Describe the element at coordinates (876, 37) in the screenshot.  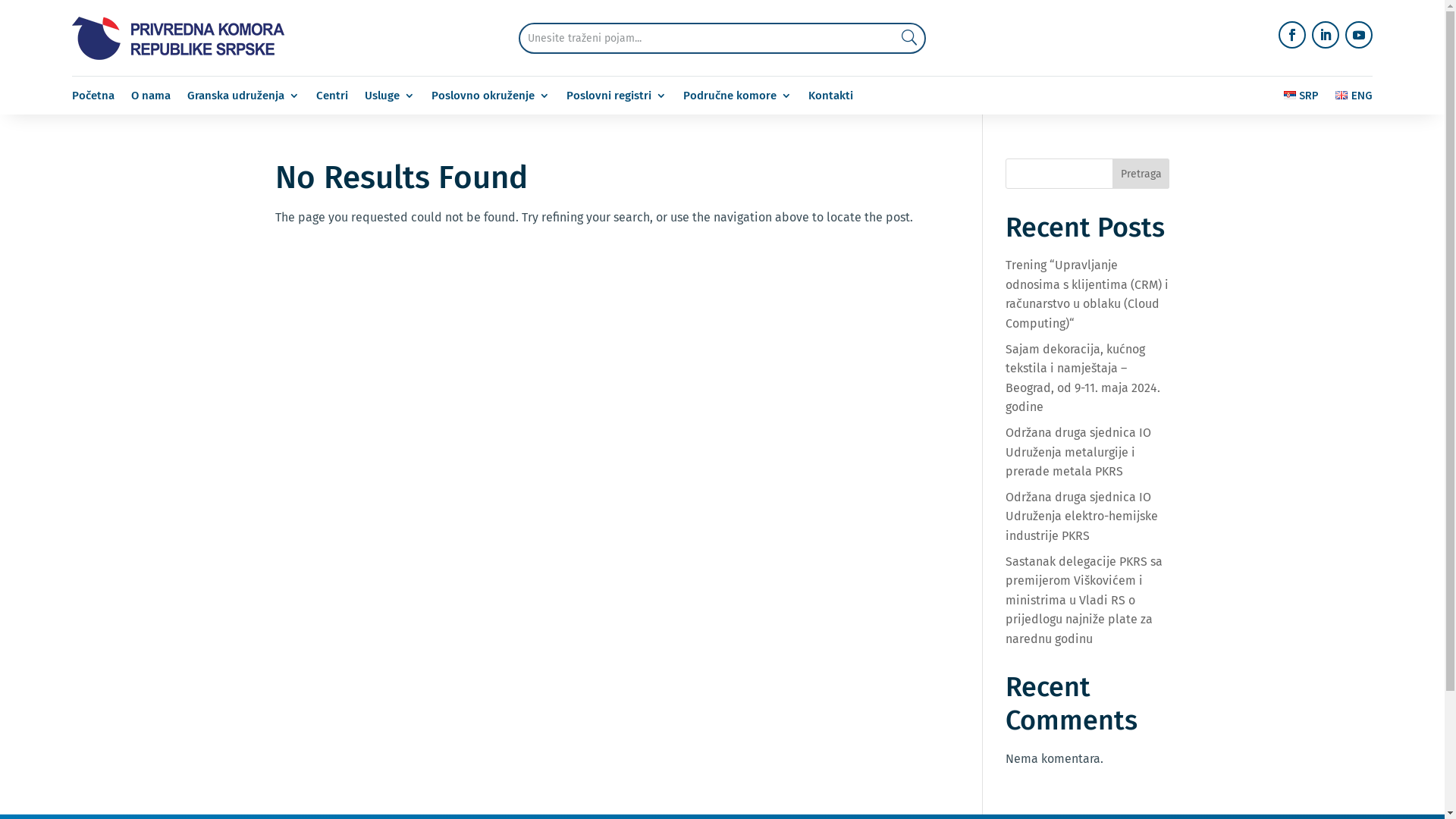
I see `'Search'` at that location.